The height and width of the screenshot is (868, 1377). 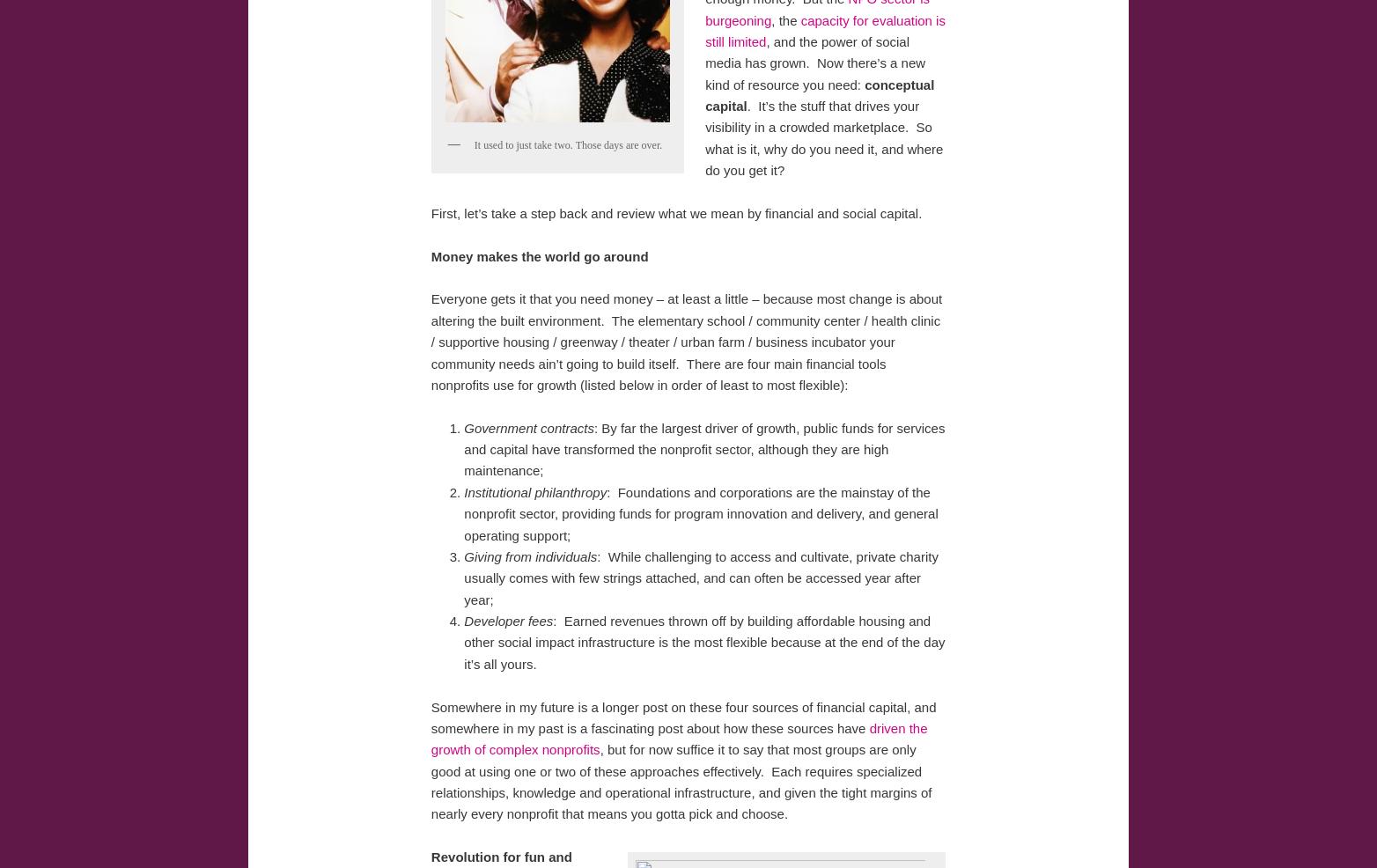 What do you see at coordinates (678, 737) in the screenshot?
I see `'driven the growth of complex nonprofits'` at bounding box center [678, 737].